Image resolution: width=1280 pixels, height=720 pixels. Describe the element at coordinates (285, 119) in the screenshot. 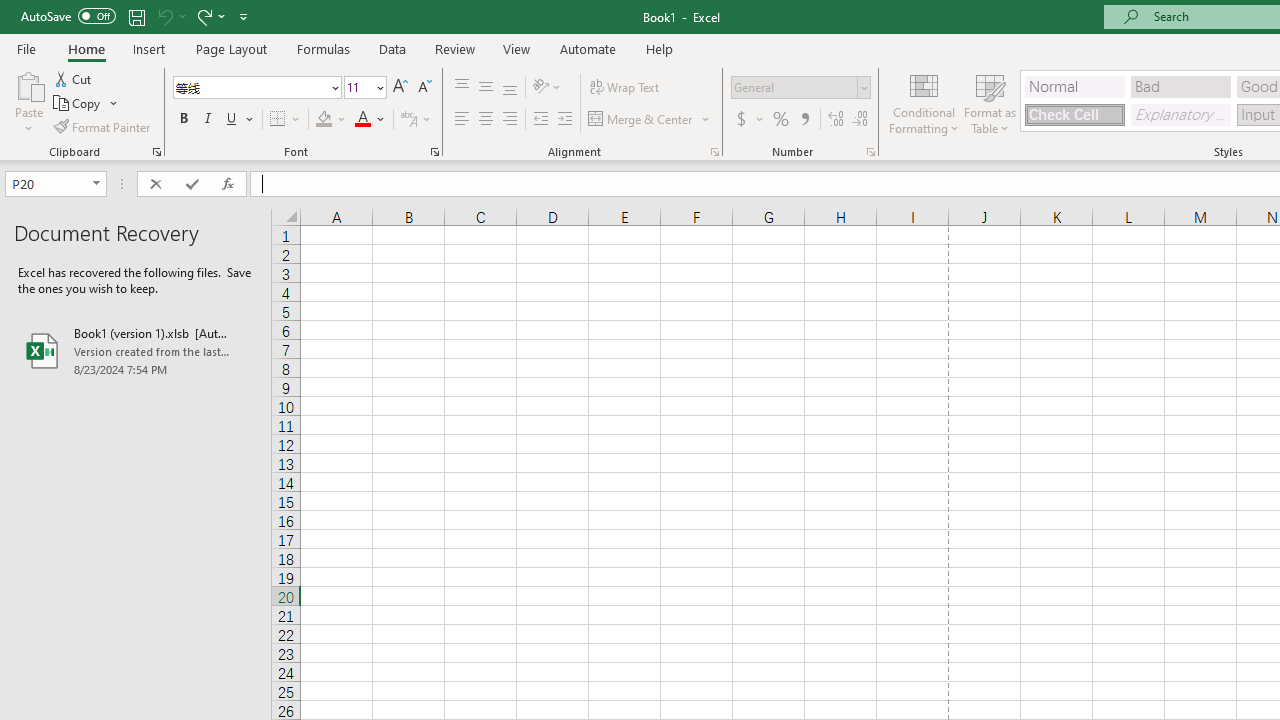

I see `'Borders'` at that location.